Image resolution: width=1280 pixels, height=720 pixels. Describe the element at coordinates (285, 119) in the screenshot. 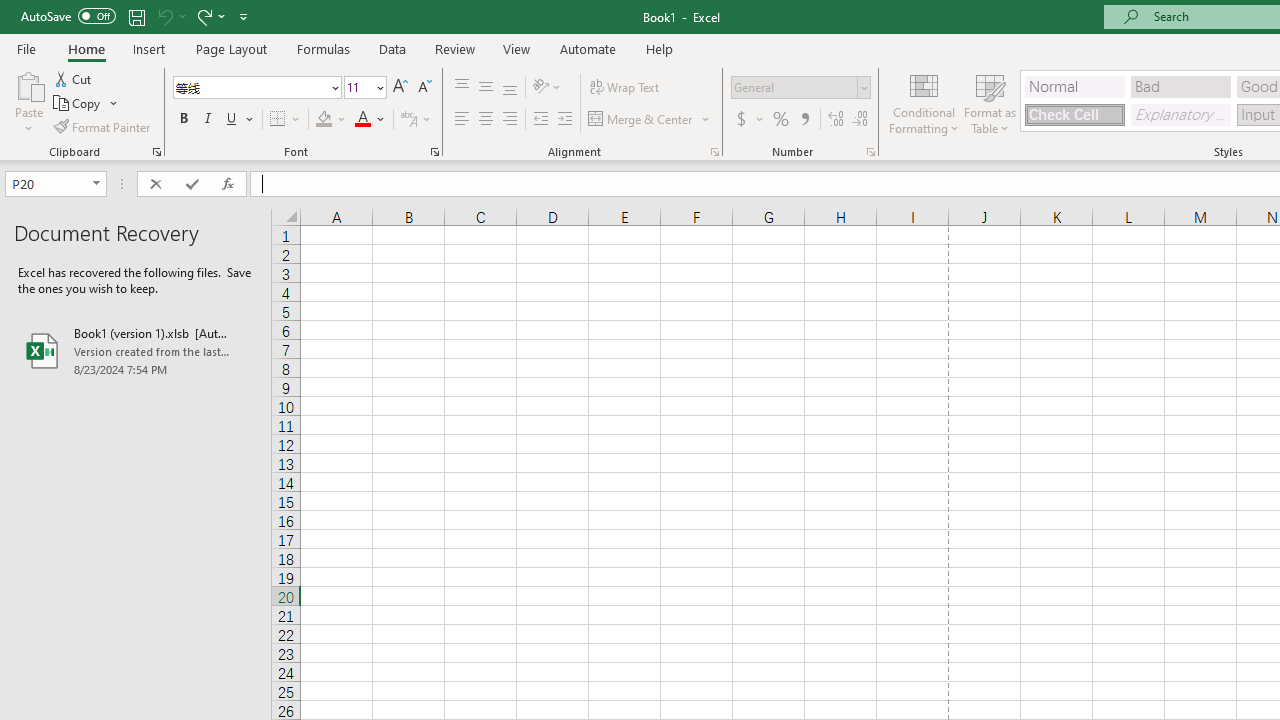

I see `'Borders'` at that location.